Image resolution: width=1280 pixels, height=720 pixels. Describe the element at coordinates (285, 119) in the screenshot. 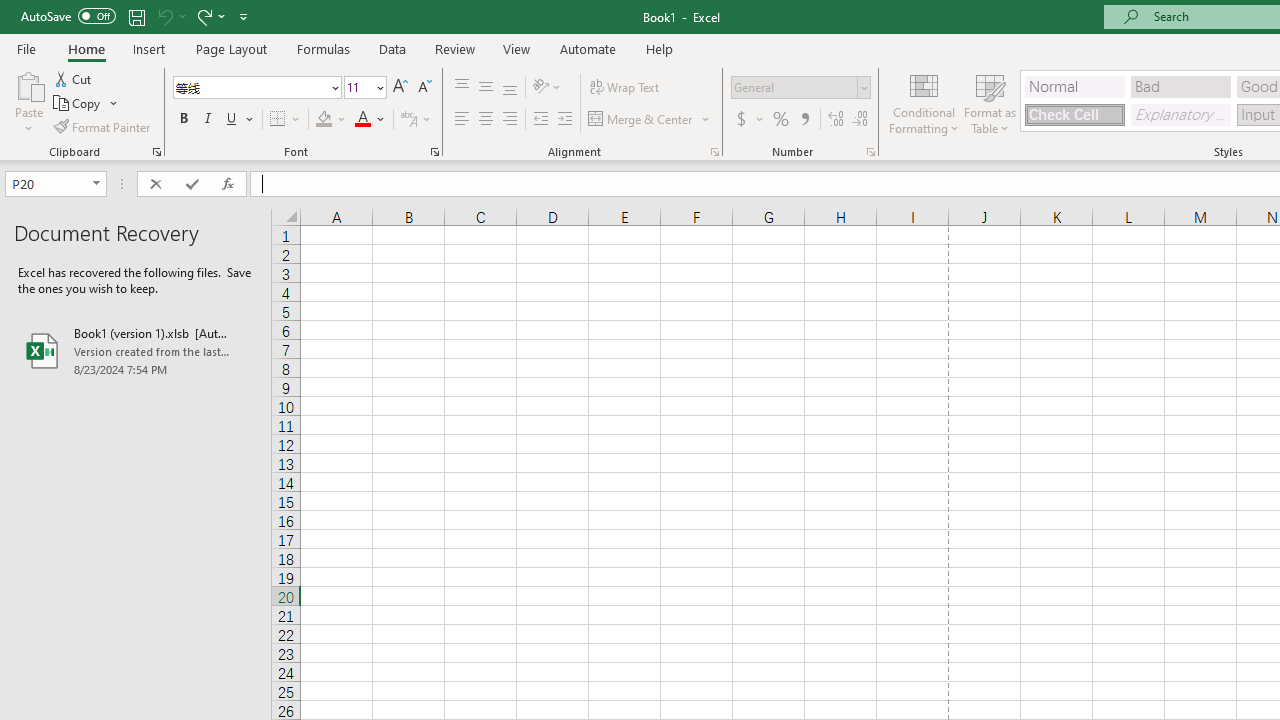

I see `'Borders'` at that location.